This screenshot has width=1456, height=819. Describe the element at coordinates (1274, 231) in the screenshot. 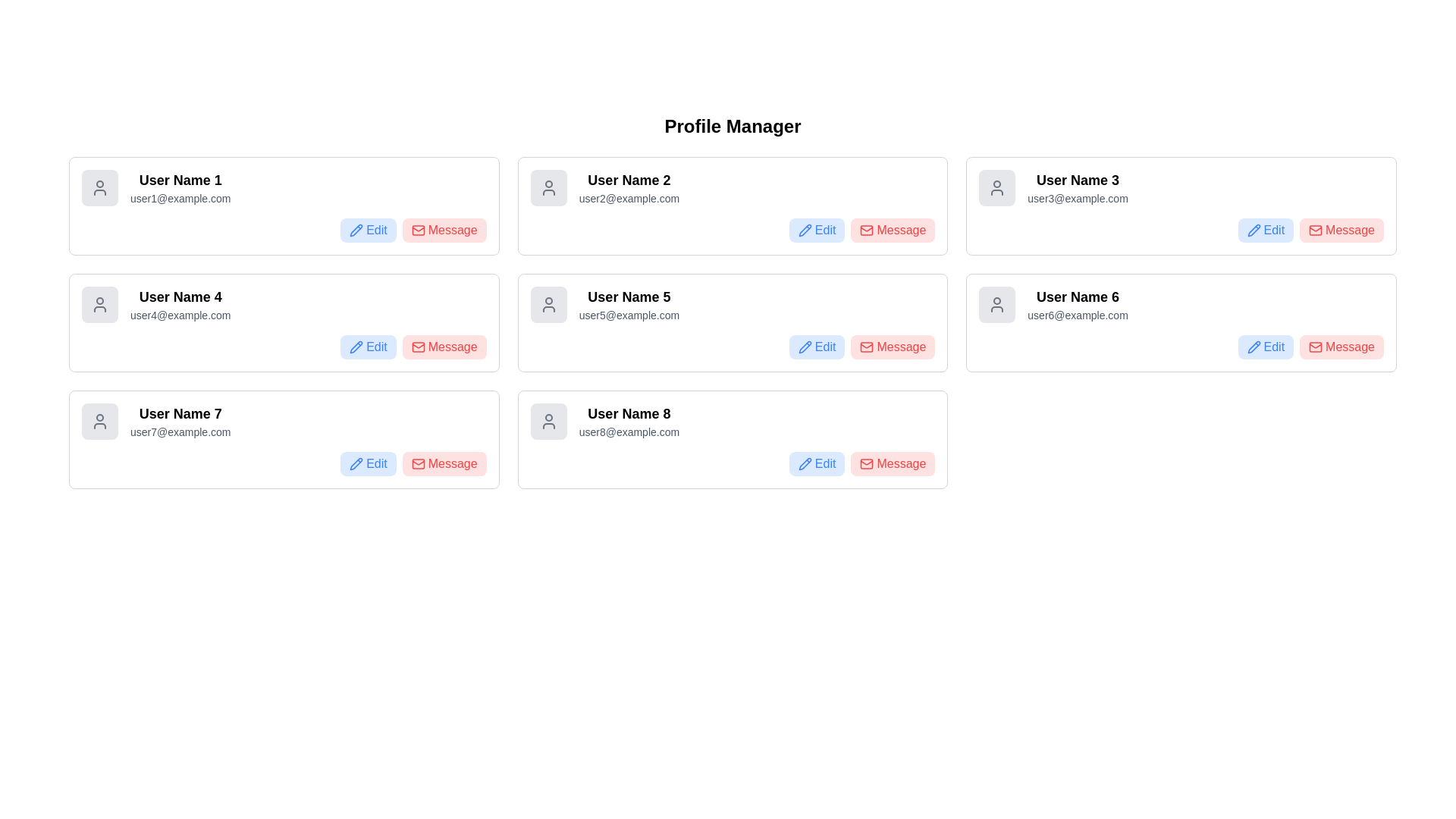

I see `text displayed on the label associated with the 'Edit' button, which is positioned under the 'User Name 3' card in the profile grid` at that location.